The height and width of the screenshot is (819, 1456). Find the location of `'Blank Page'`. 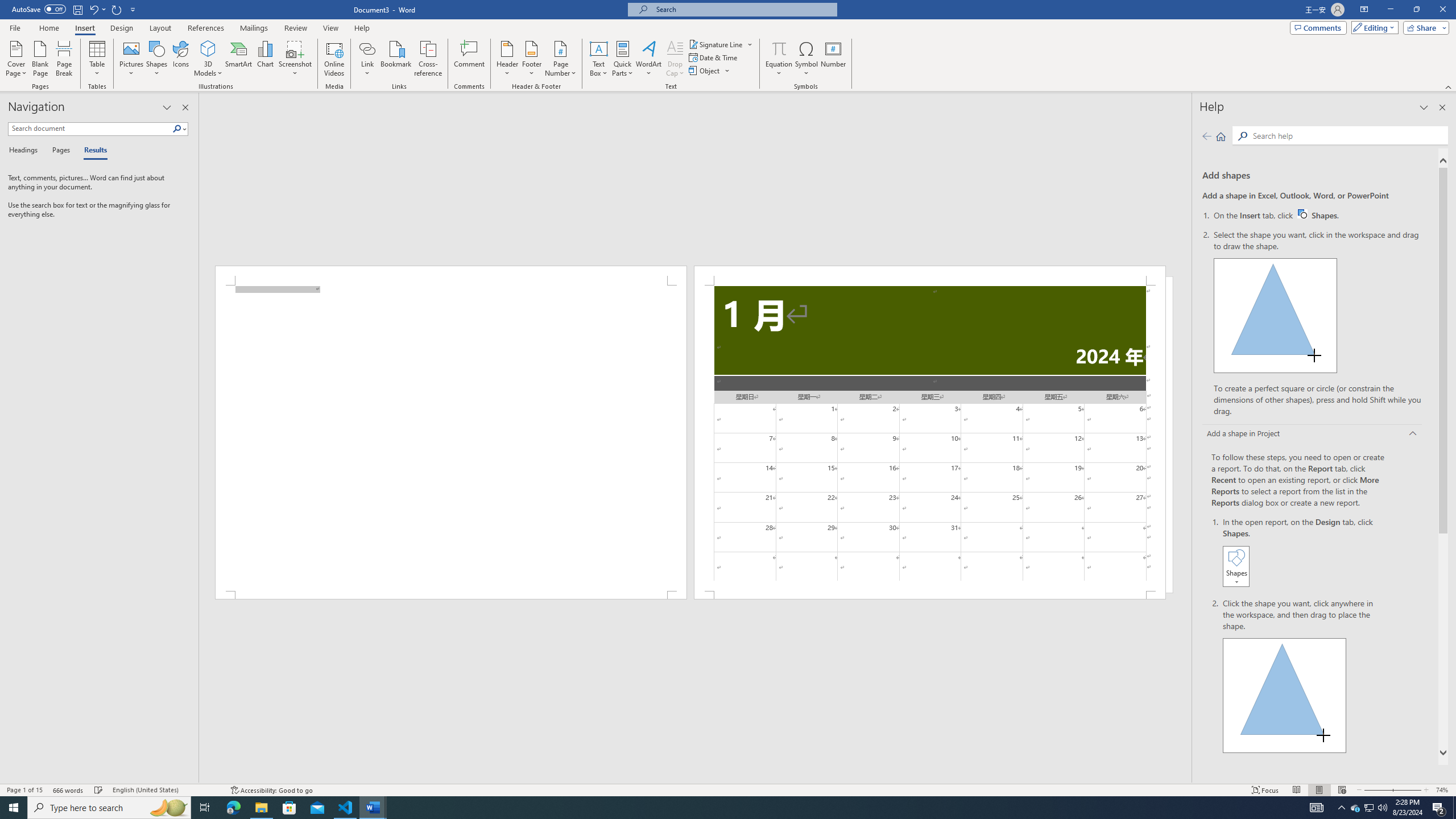

'Blank Page' is located at coordinates (40, 59).